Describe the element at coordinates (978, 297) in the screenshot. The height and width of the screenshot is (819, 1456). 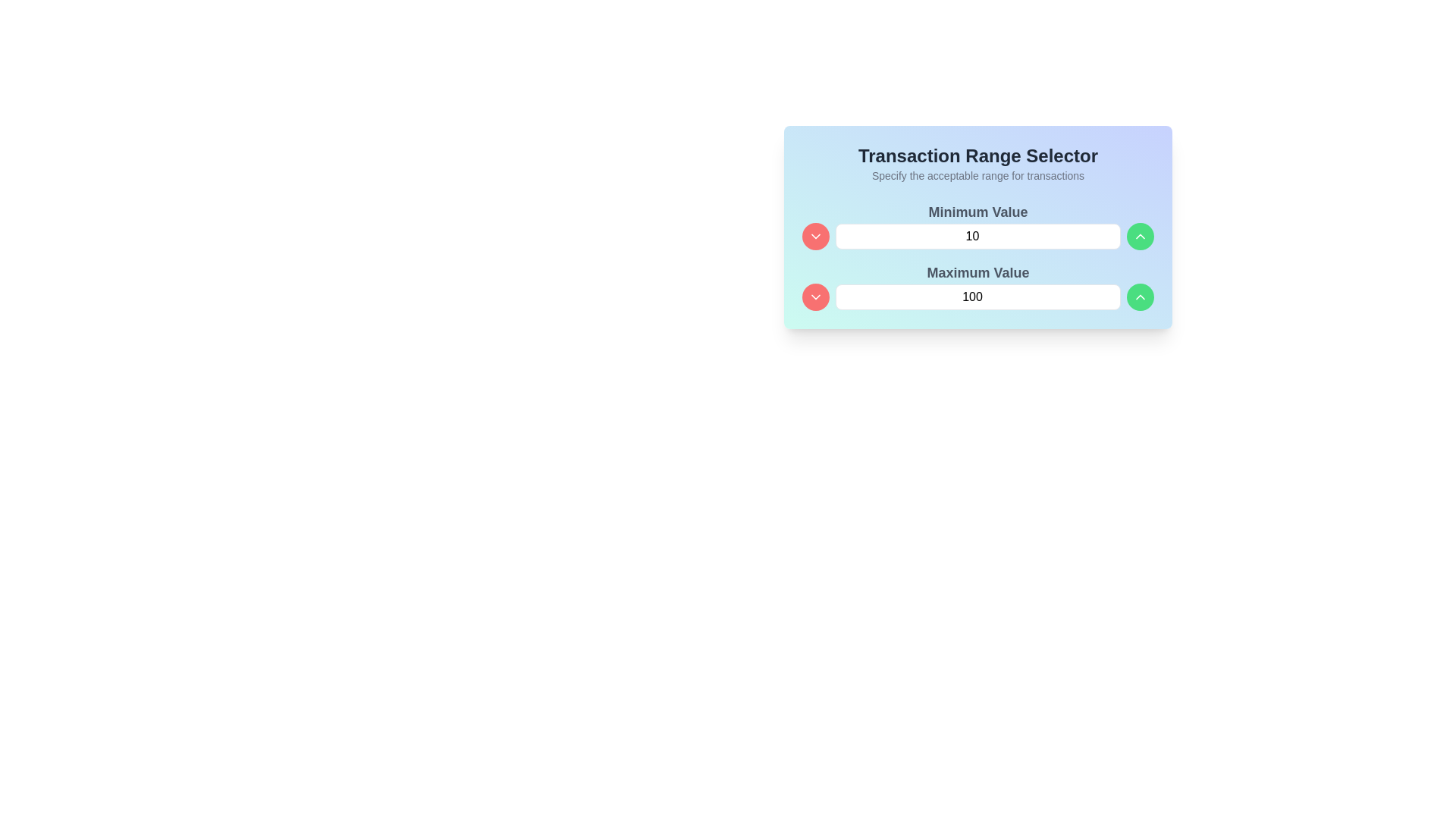
I see `the numerical input field with a white background and black text displaying '100' to focus on it` at that location.